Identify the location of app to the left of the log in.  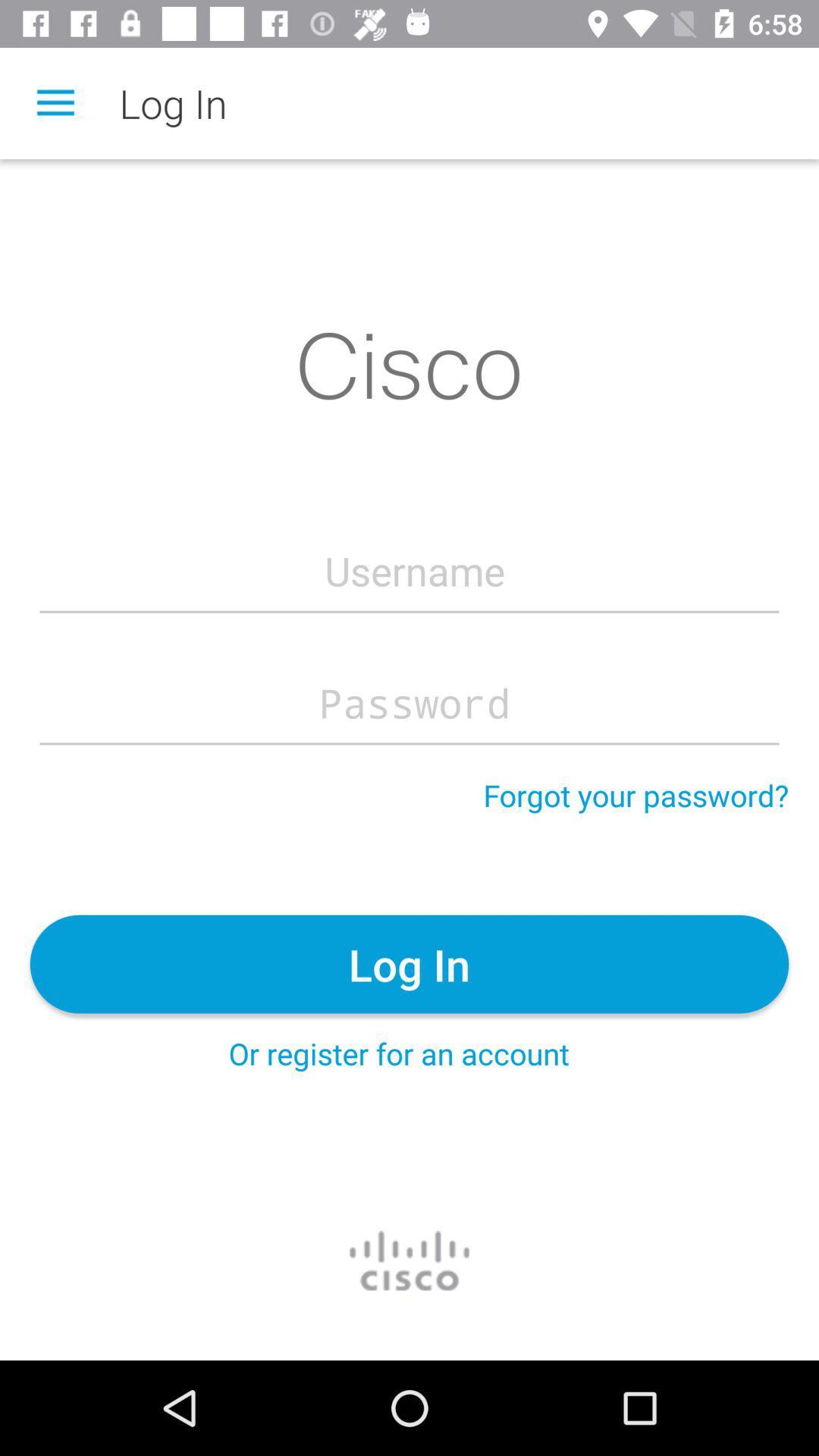
(55, 102).